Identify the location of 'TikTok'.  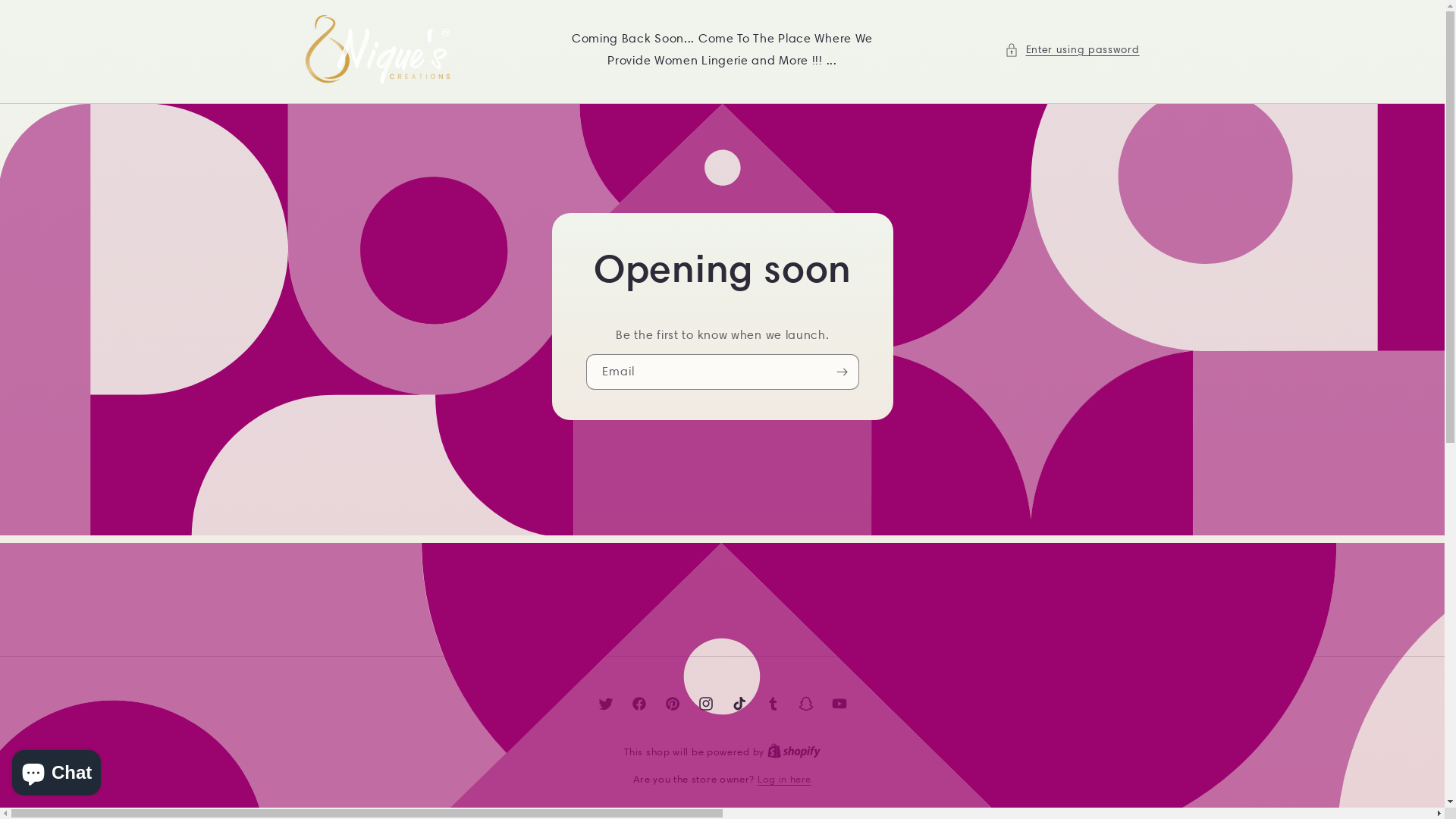
(739, 704).